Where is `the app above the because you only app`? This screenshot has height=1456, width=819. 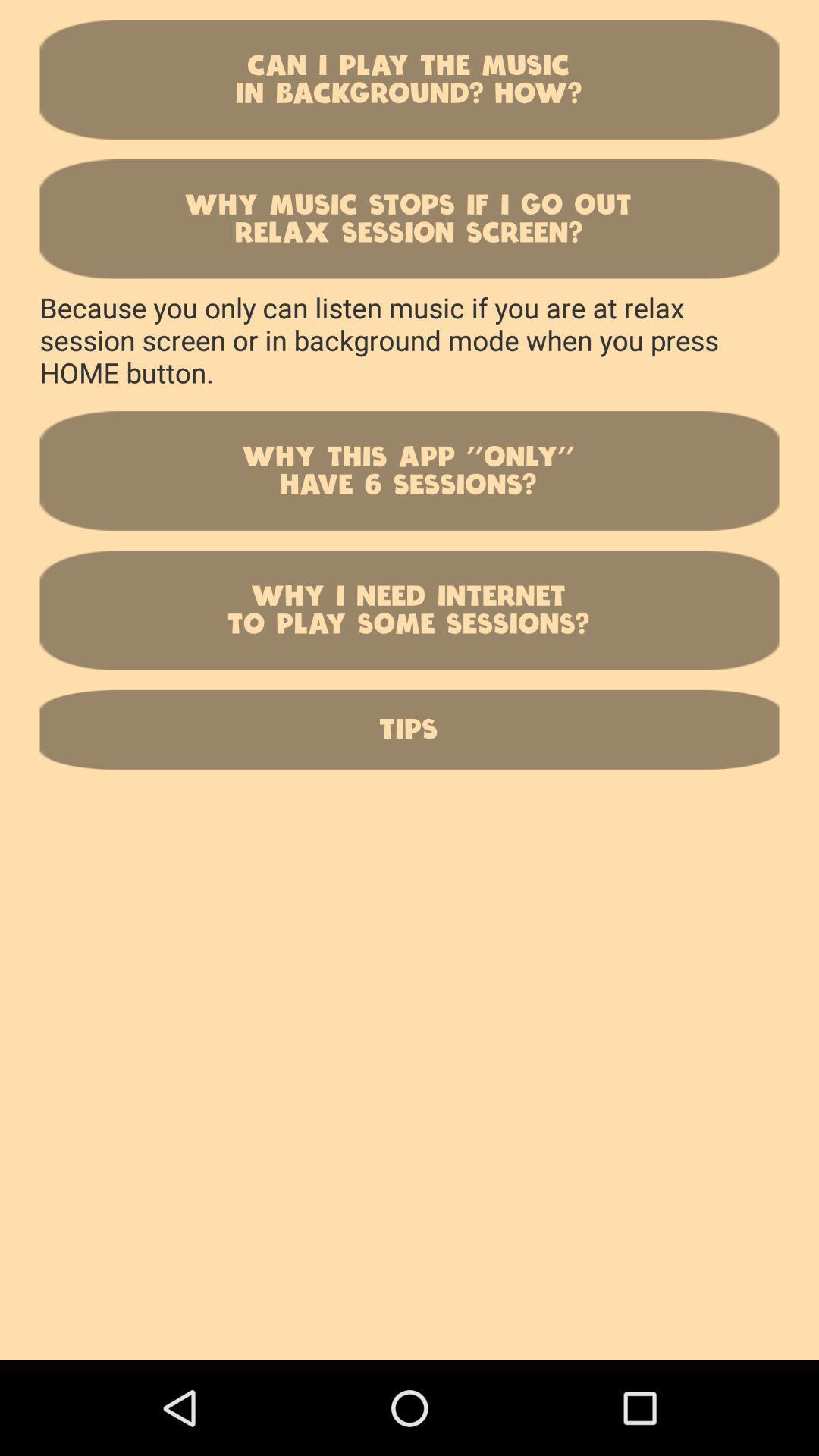
the app above the because you only app is located at coordinates (409, 218).